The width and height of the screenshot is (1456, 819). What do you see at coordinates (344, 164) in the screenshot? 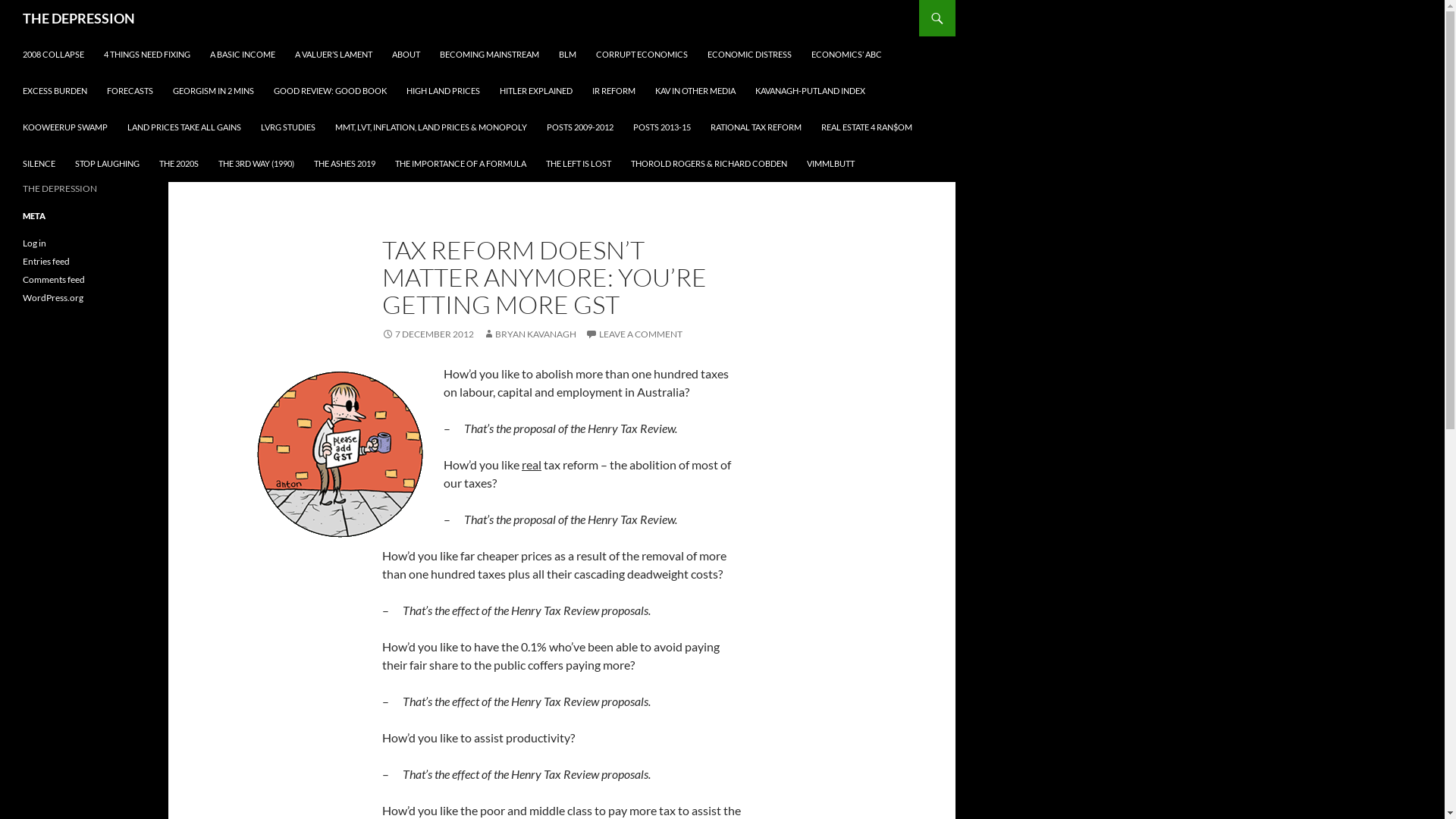
I see `'THE ASHES 2019'` at bounding box center [344, 164].